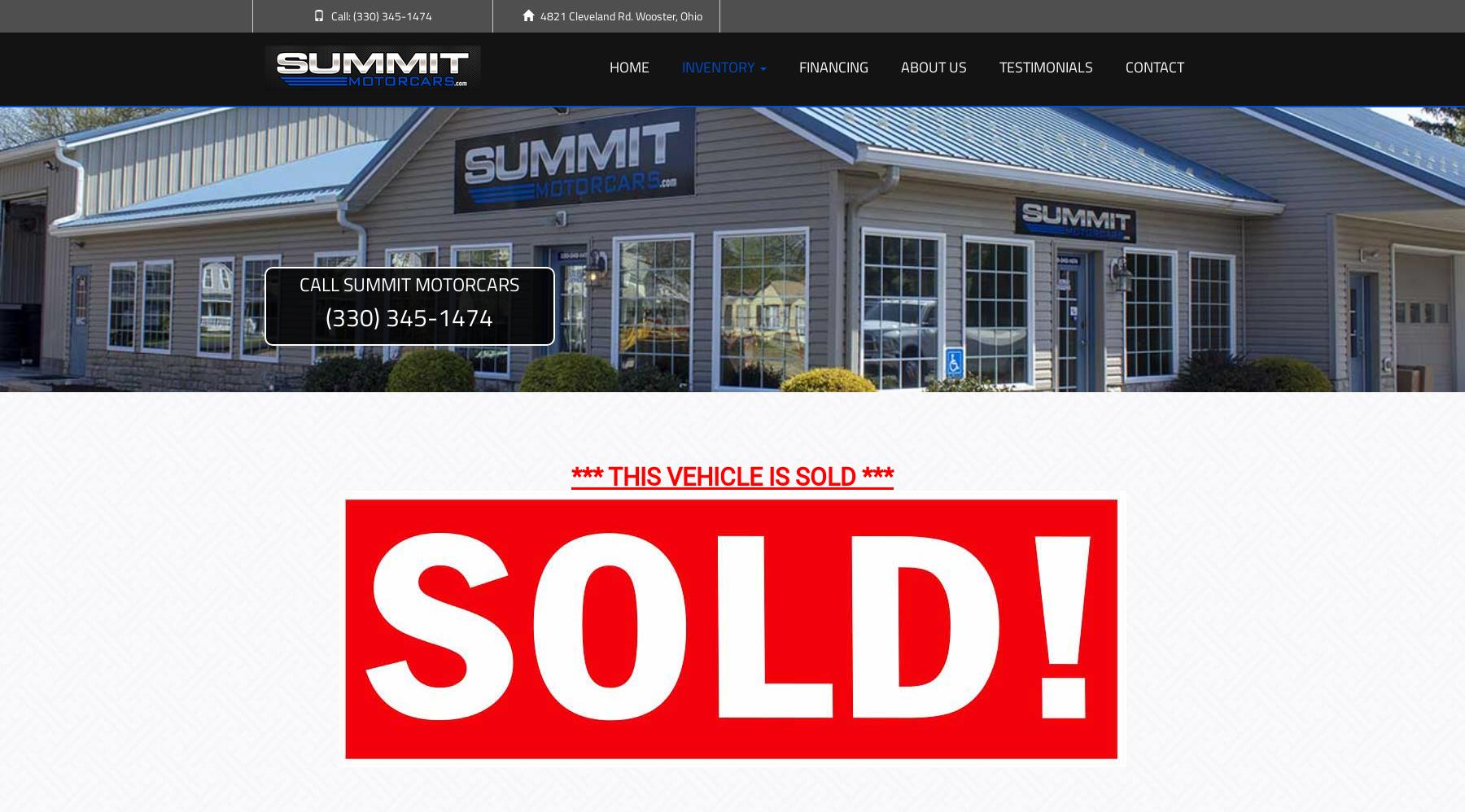  Describe the element at coordinates (408, 316) in the screenshot. I see `'(330) 345-1474'` at that location.